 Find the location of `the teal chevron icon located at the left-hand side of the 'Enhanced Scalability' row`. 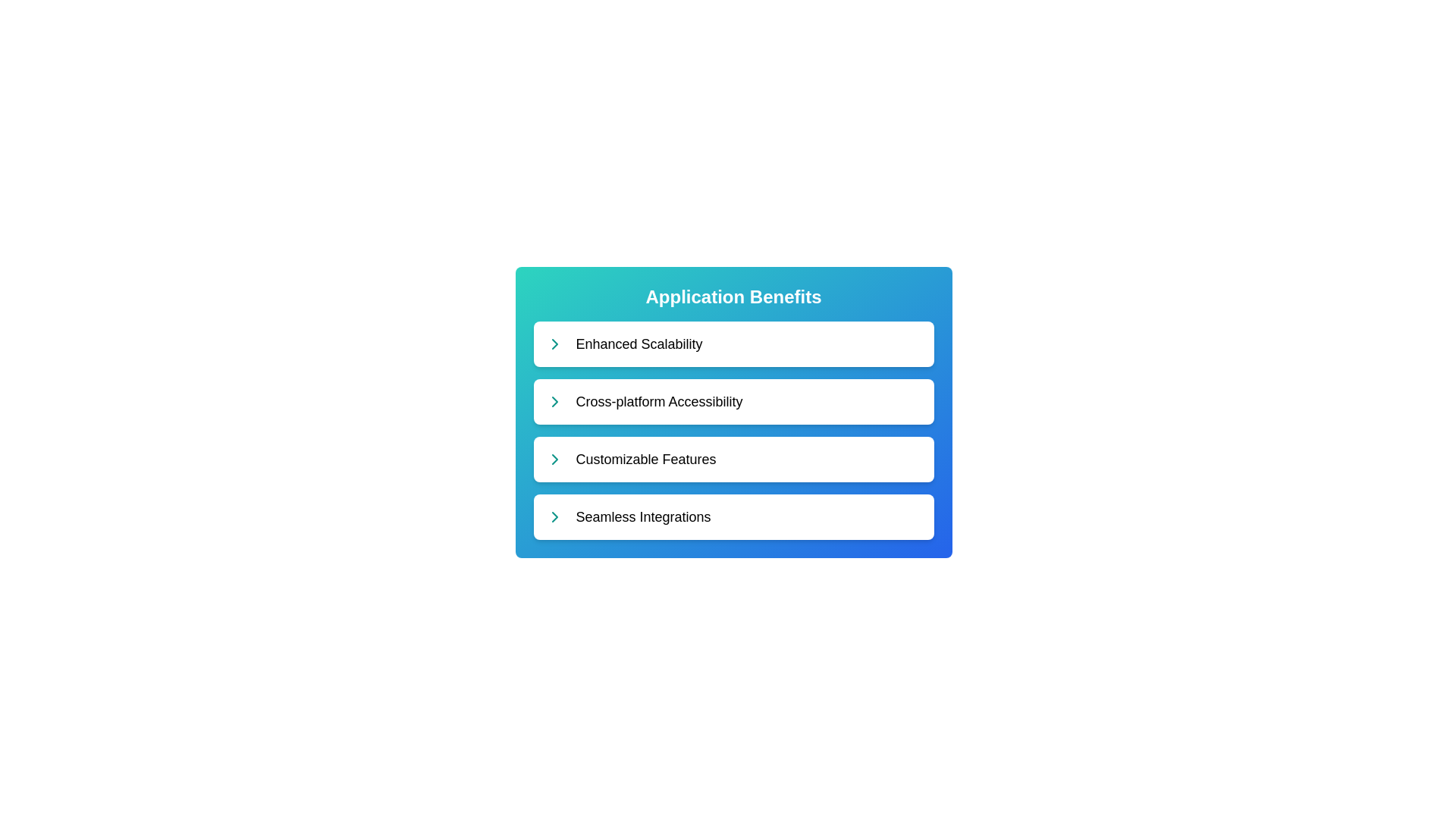

the teal chevron icon located at the left-hand side of the 'Enhanced Scalability' row is located at coordinates (554, 344).